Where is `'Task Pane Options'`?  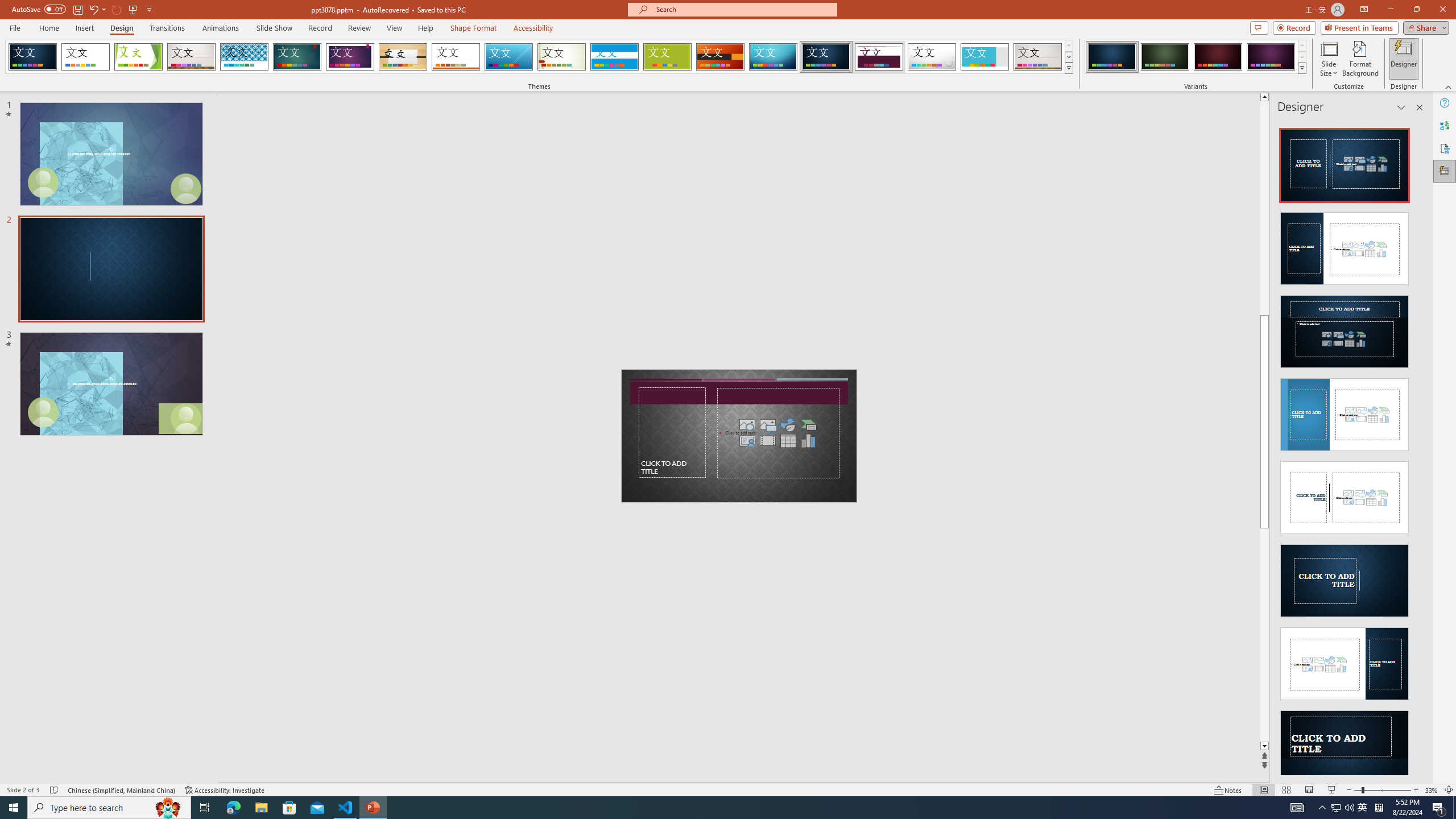 'Task Pane Options' is located at coordinates (1401, 107).